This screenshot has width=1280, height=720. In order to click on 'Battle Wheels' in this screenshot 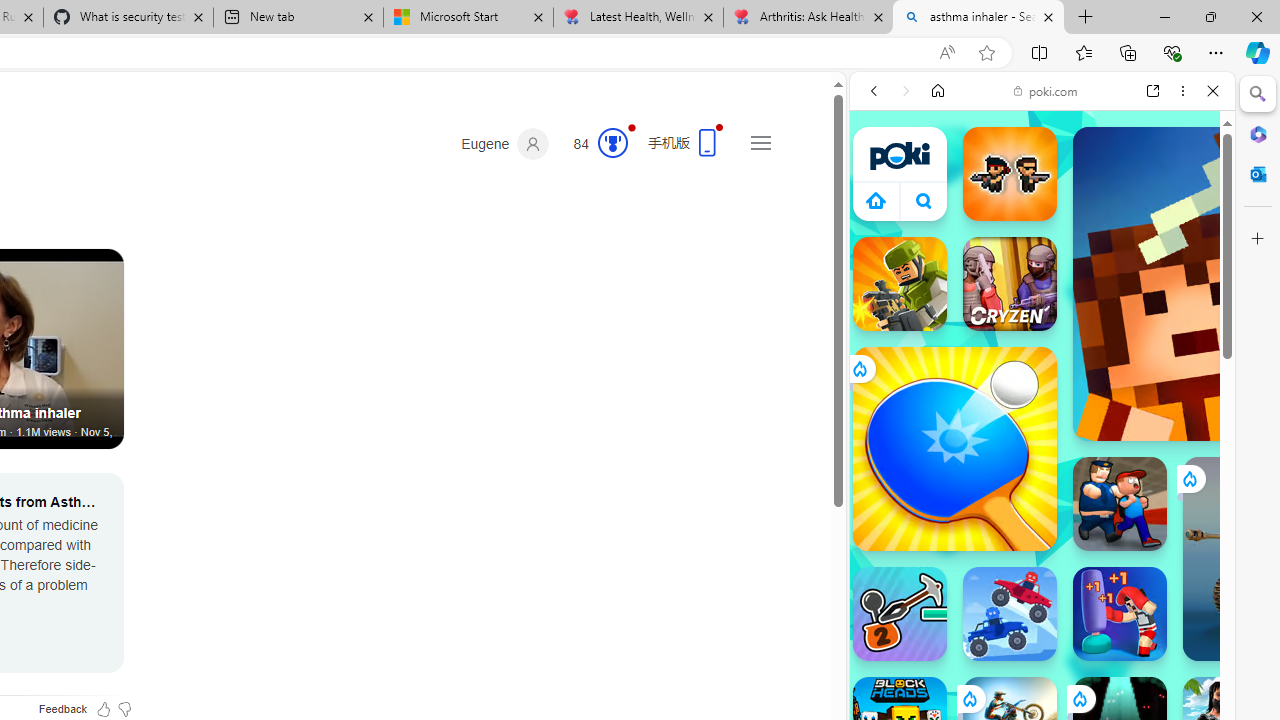, I will do `click(1009, 613)`.